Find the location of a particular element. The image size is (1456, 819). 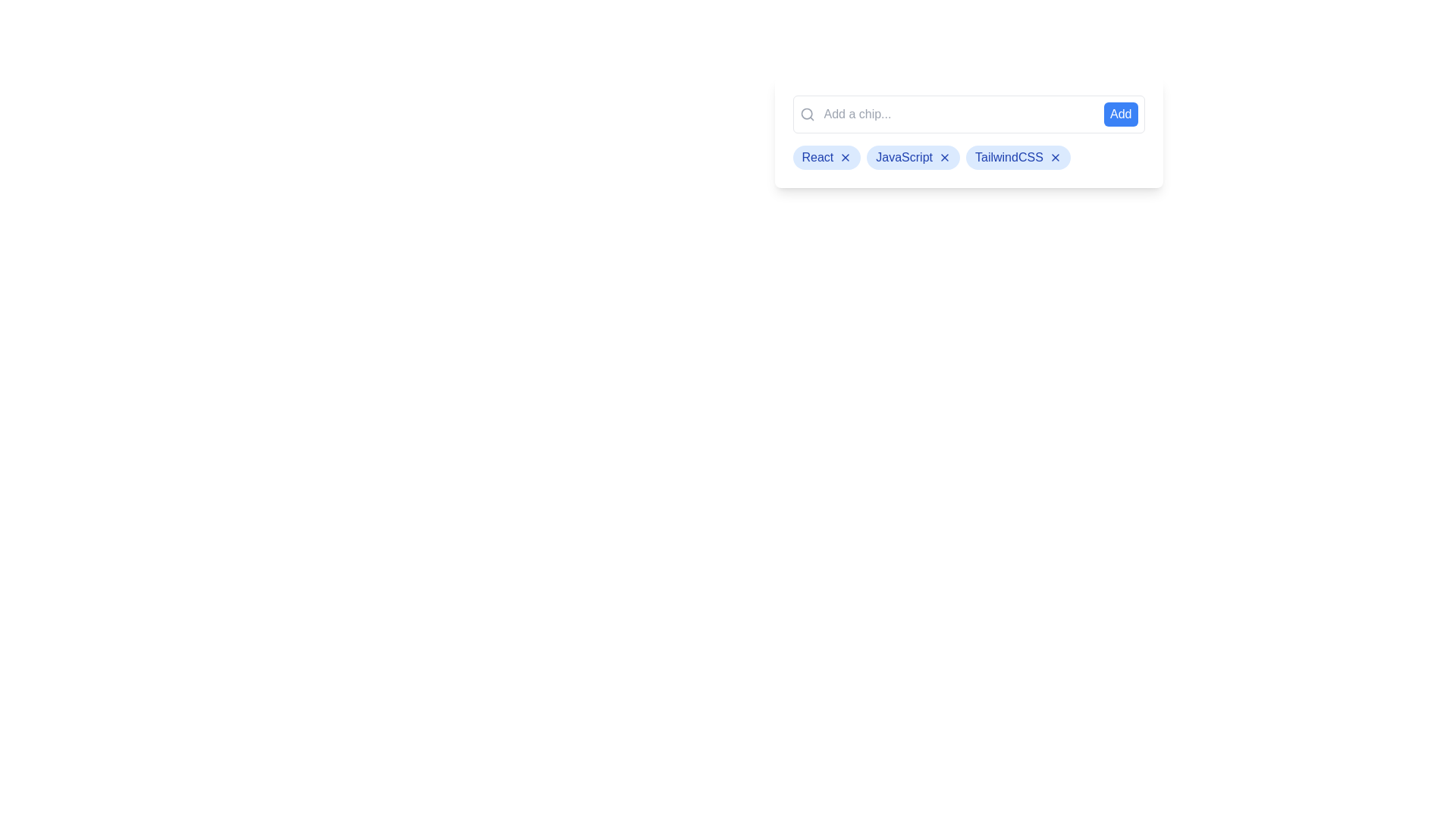

'X' button on the chip labeled TailwindCSS to remove it is located at coordinates (1054, 158).